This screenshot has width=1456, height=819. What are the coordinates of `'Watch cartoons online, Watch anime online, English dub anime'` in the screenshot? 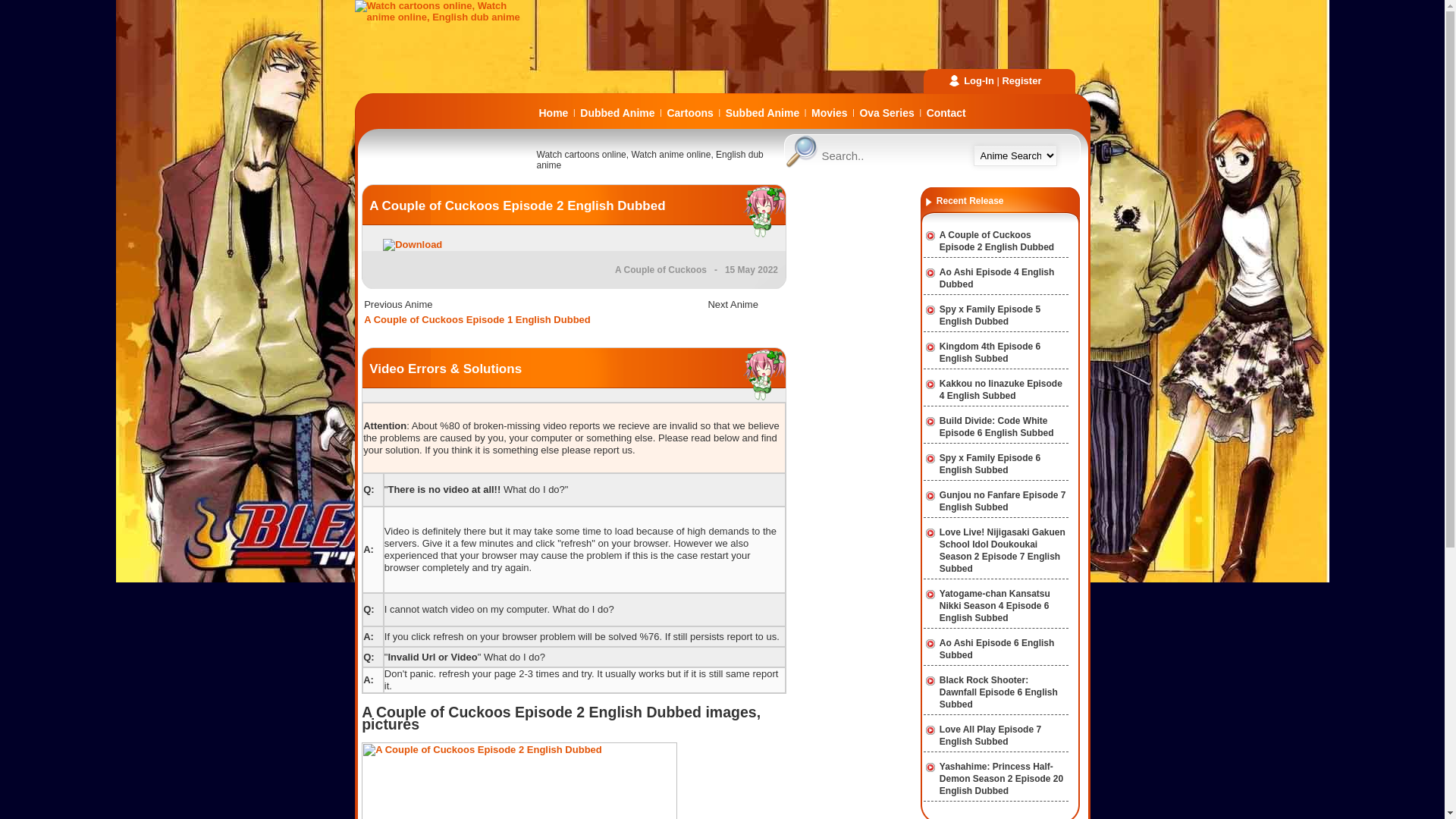 It's located at (445, 17).